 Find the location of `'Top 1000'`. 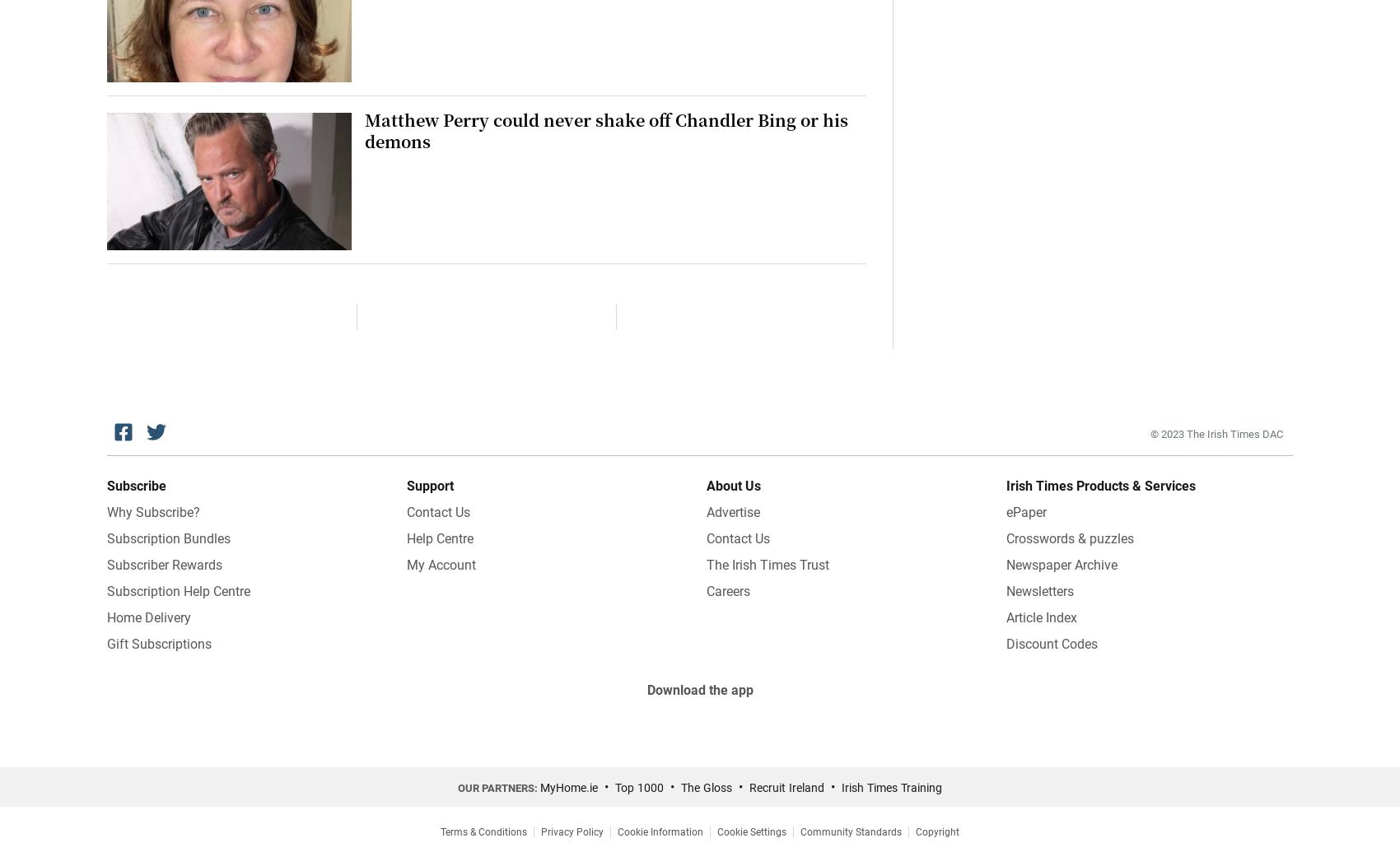

'Top 1000' is located at coordinates (638, 787).